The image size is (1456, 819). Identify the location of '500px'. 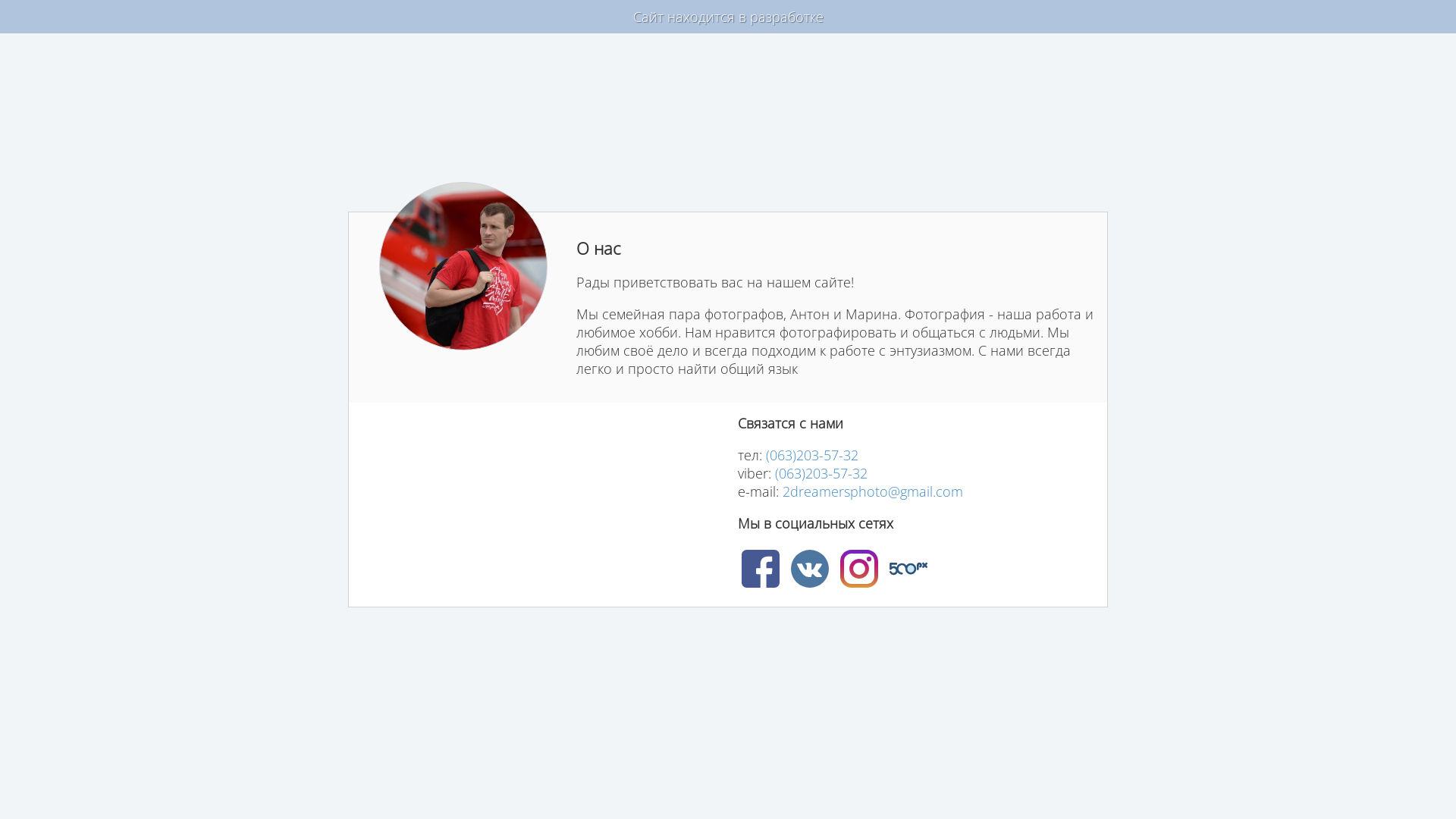
(907, 568).